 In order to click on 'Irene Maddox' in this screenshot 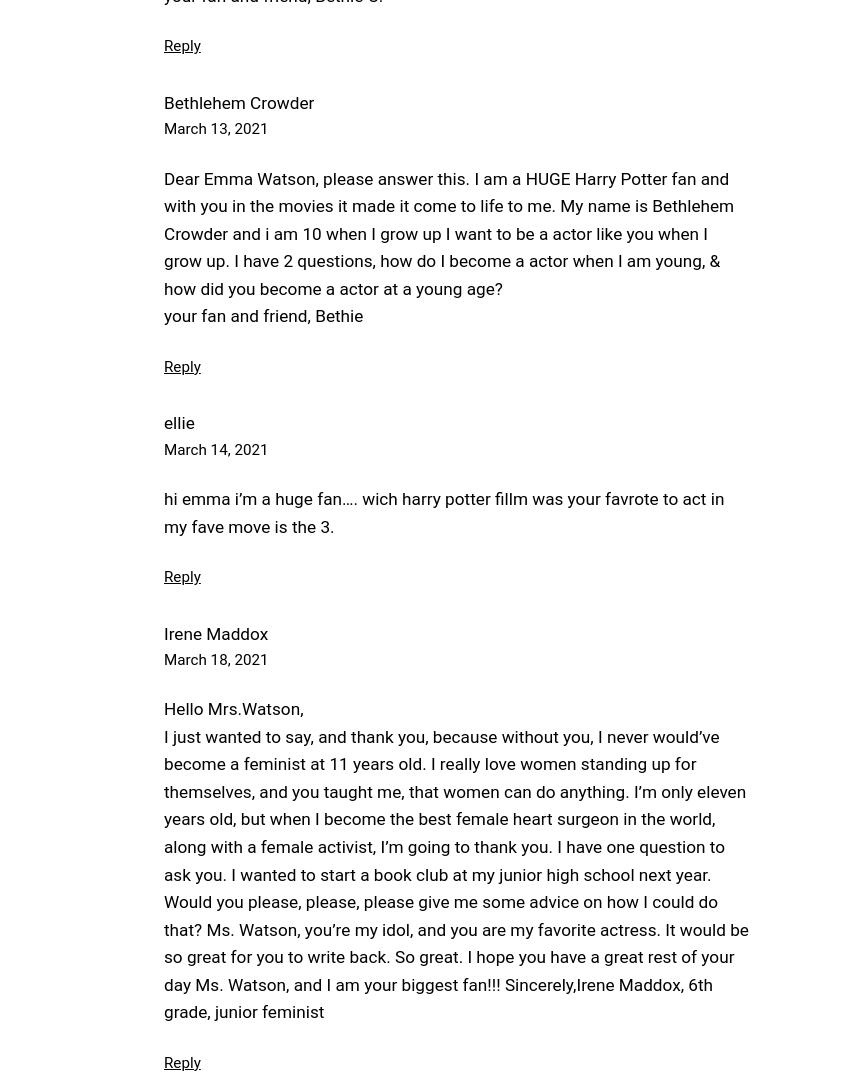, I will do `click(215, 633)`.